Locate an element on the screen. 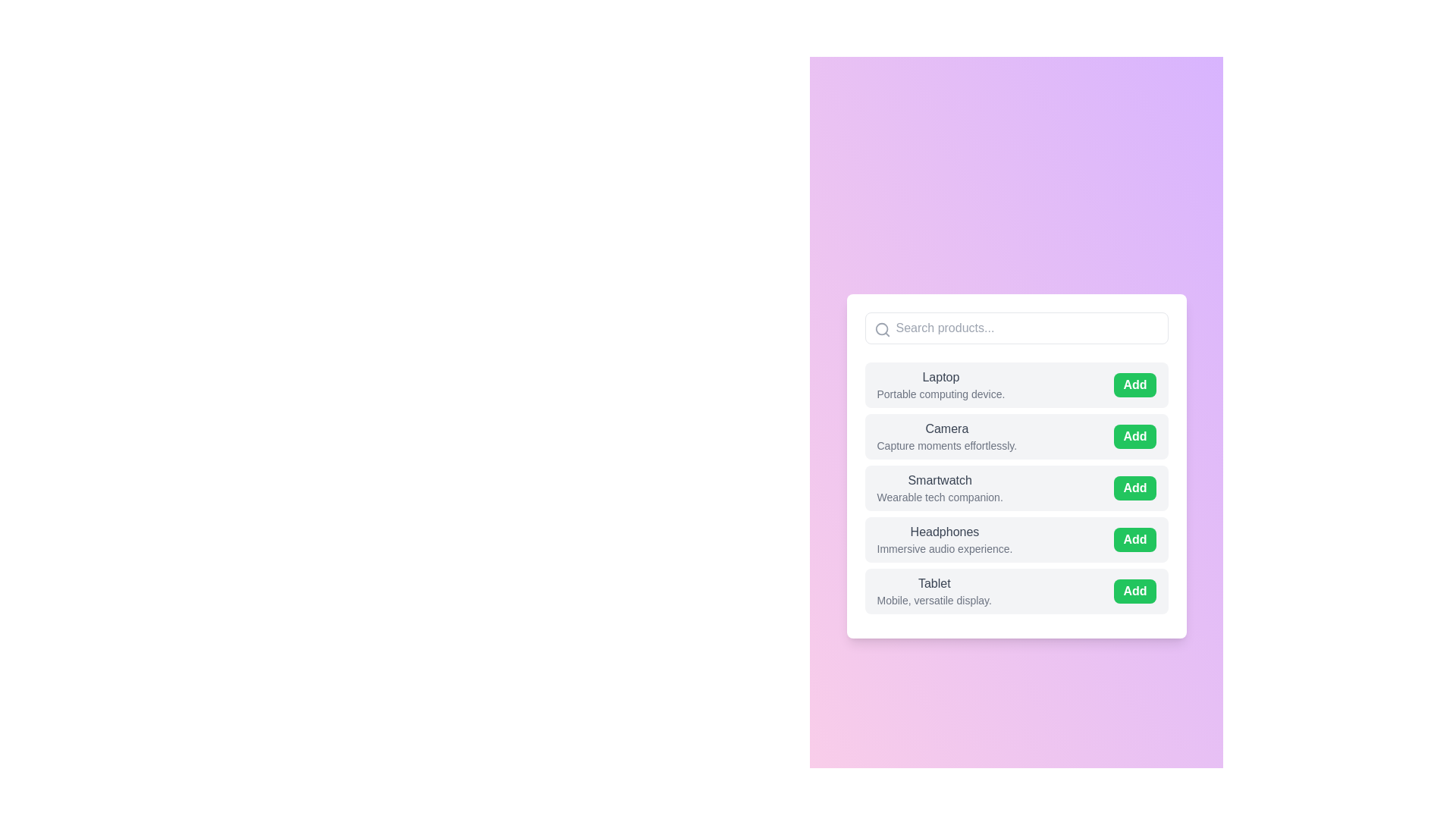 Image resolution: width=1456 pixels, height=819 pixels. text label displaying 'Laptop' which is styled in medium font weight and gray color, located above the description 'Portable computing device.' is located at coordinates (940, 376).